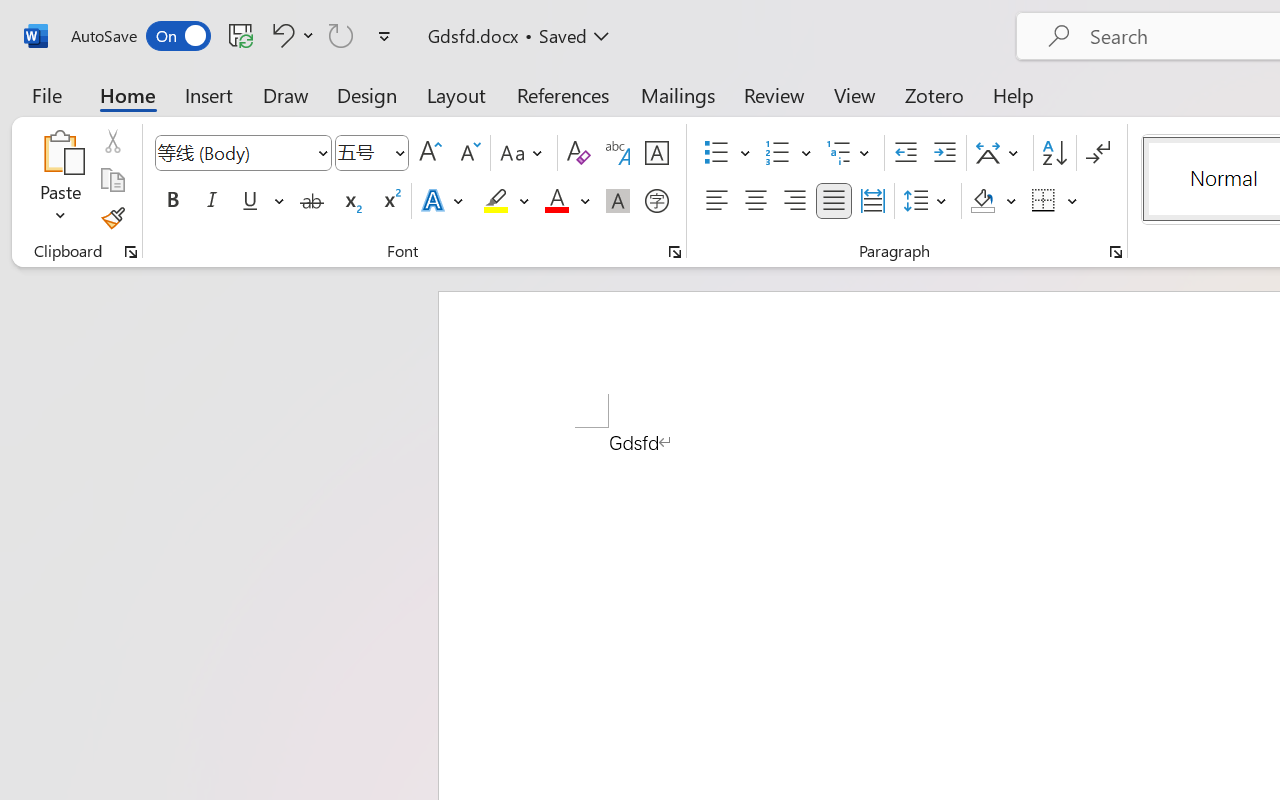 The image size is (1280, 800). Describe the element at coordinates (656, 153) in the screenshot. I see `'Character Border'` at that location.